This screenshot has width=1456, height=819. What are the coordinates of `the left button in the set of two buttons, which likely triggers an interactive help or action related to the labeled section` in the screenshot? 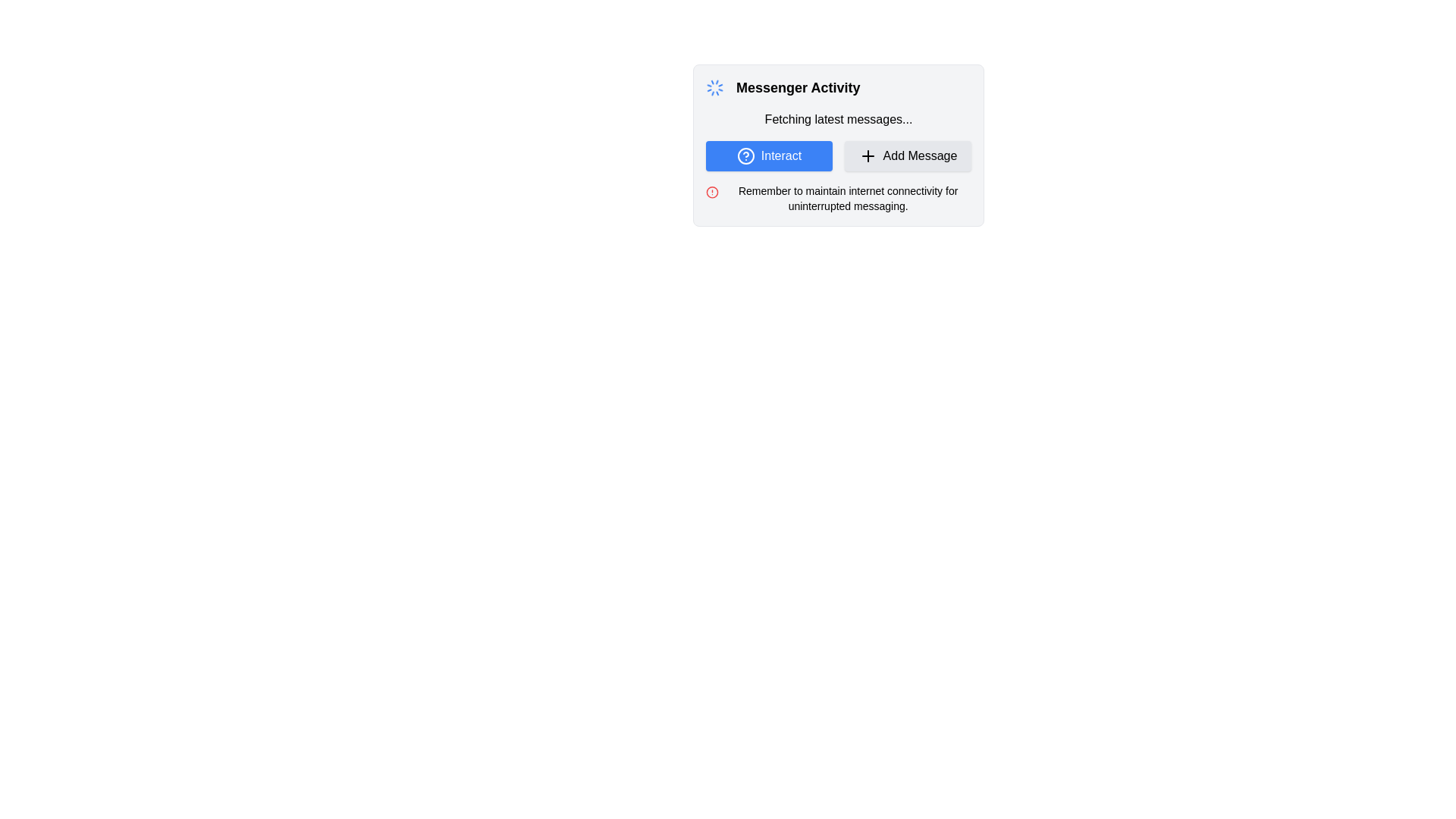 It's located at (769, 155).